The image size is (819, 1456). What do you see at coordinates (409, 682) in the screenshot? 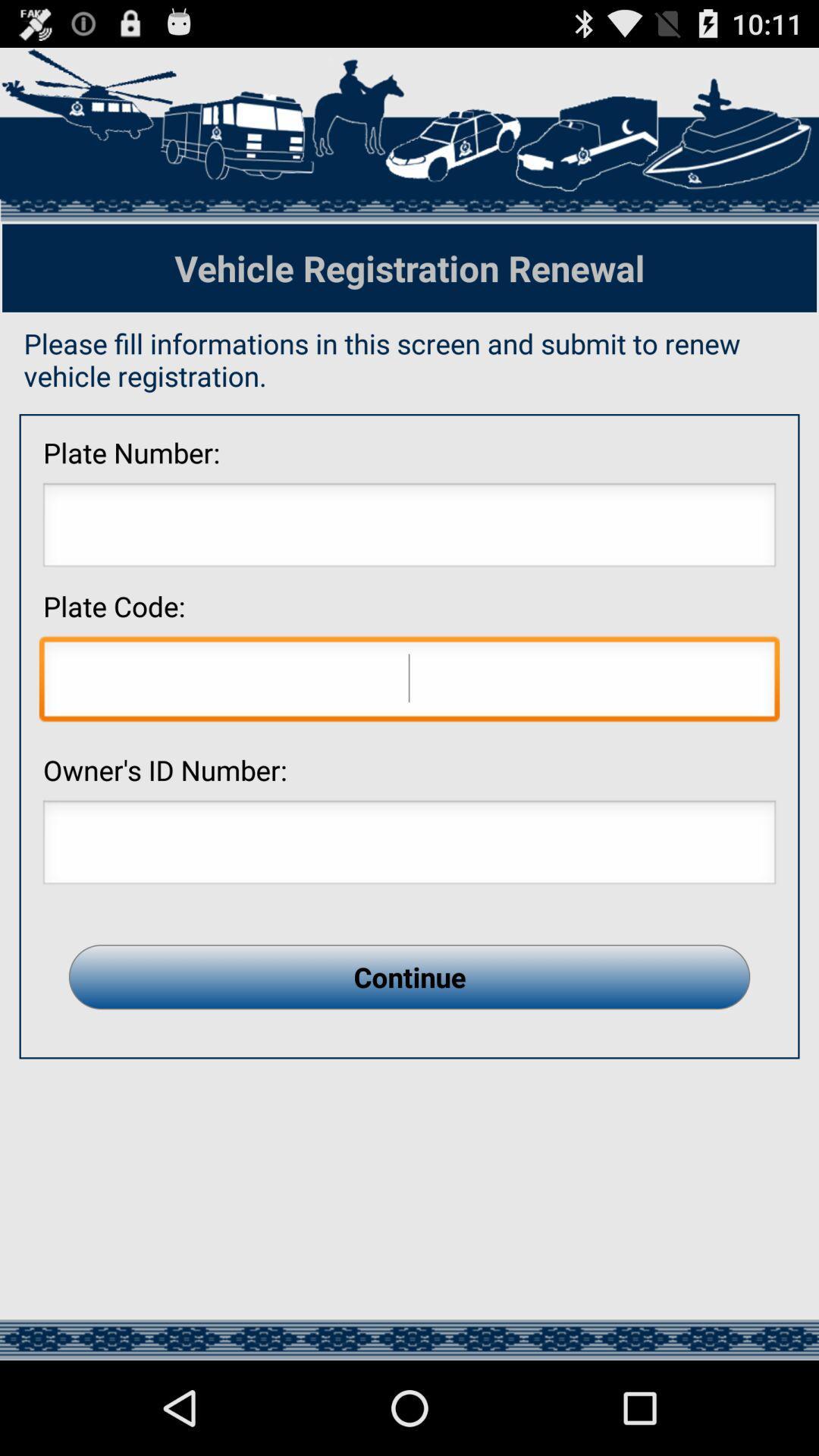
I see `plate code` at bounding box center [409, 682].